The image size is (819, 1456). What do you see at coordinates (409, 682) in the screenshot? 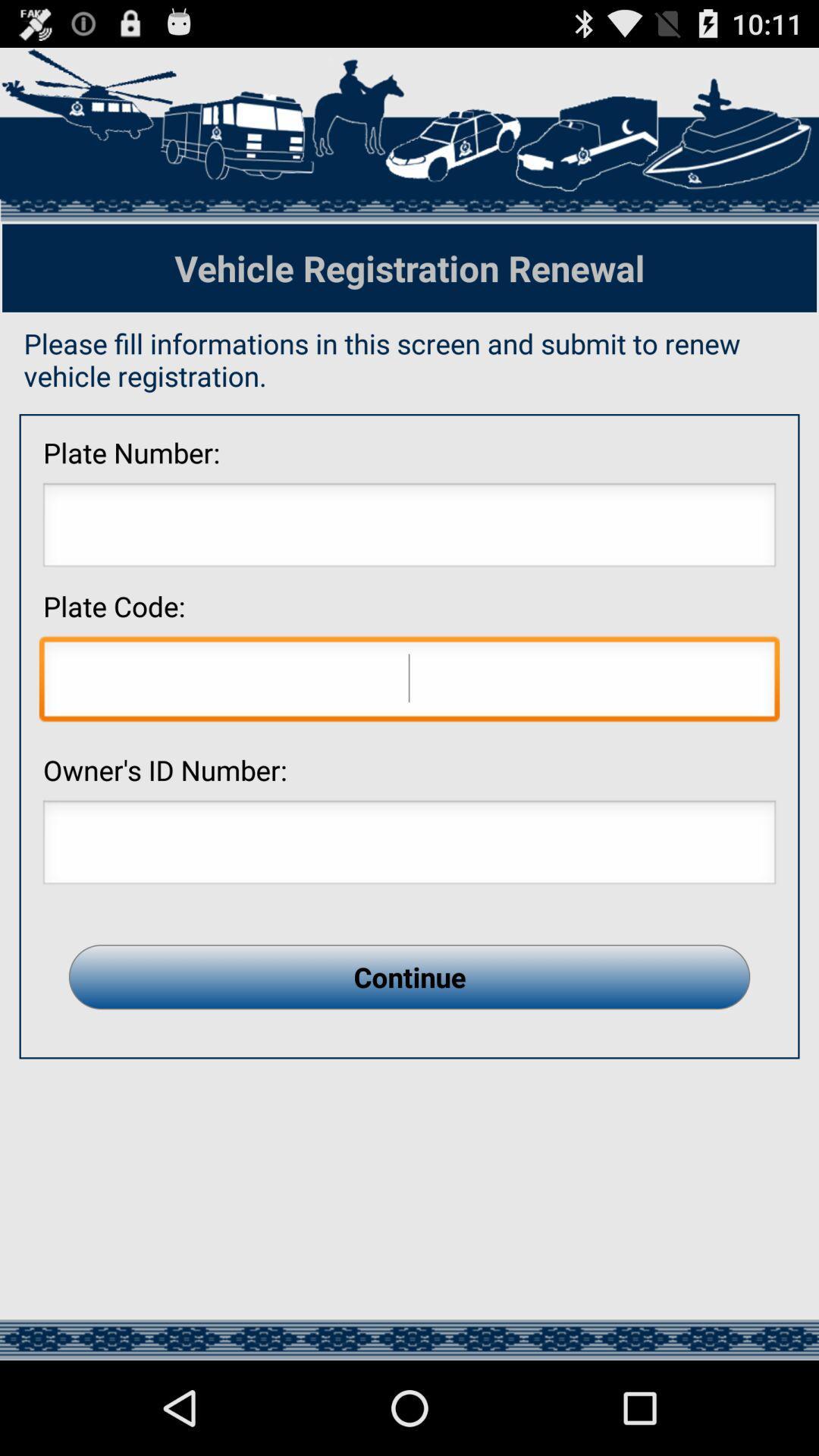
I see `plate code` at bounding box center [409, 682].